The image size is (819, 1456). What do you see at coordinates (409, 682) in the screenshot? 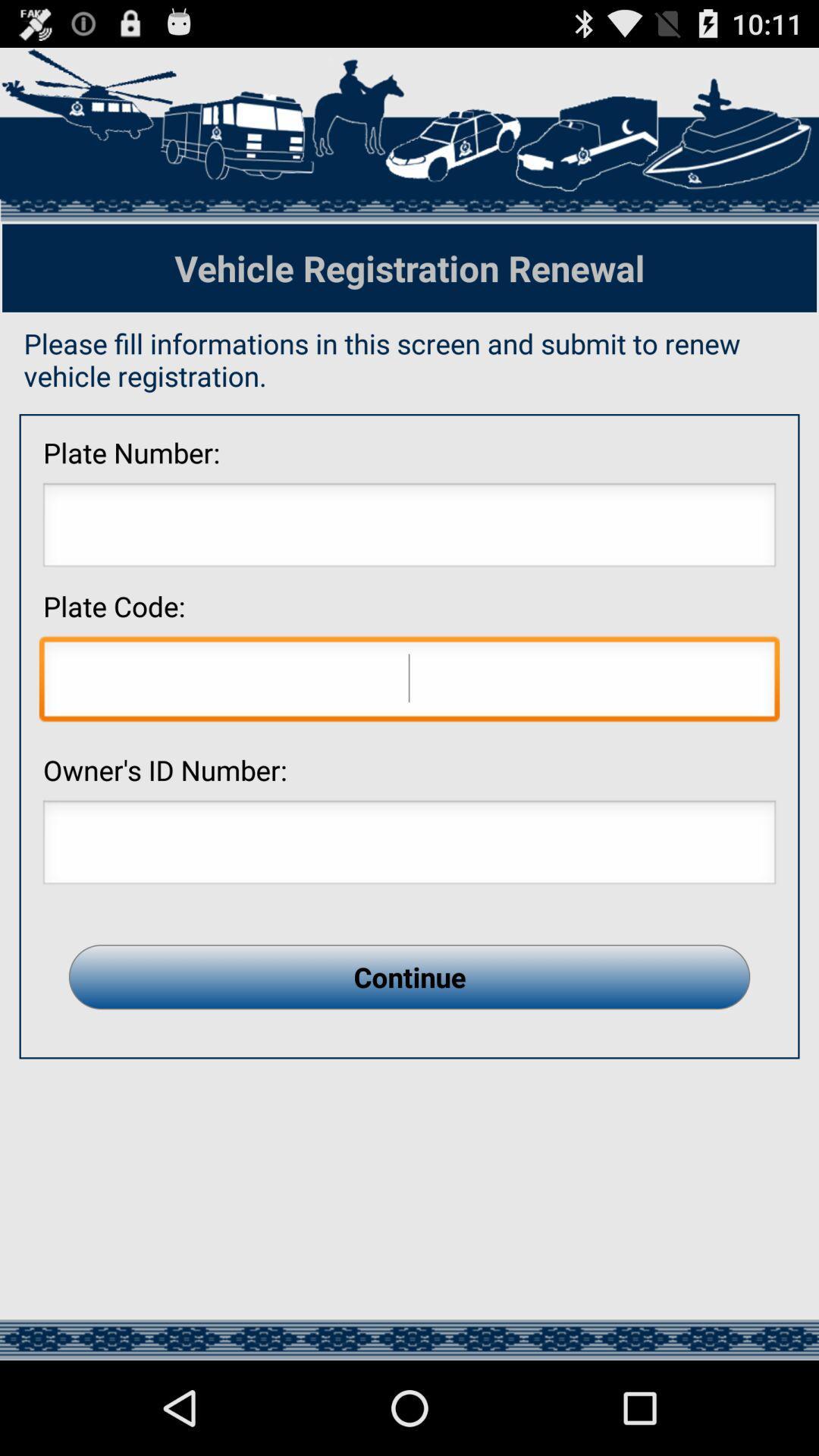
I see `plate code` at bounding box center [409, 682].